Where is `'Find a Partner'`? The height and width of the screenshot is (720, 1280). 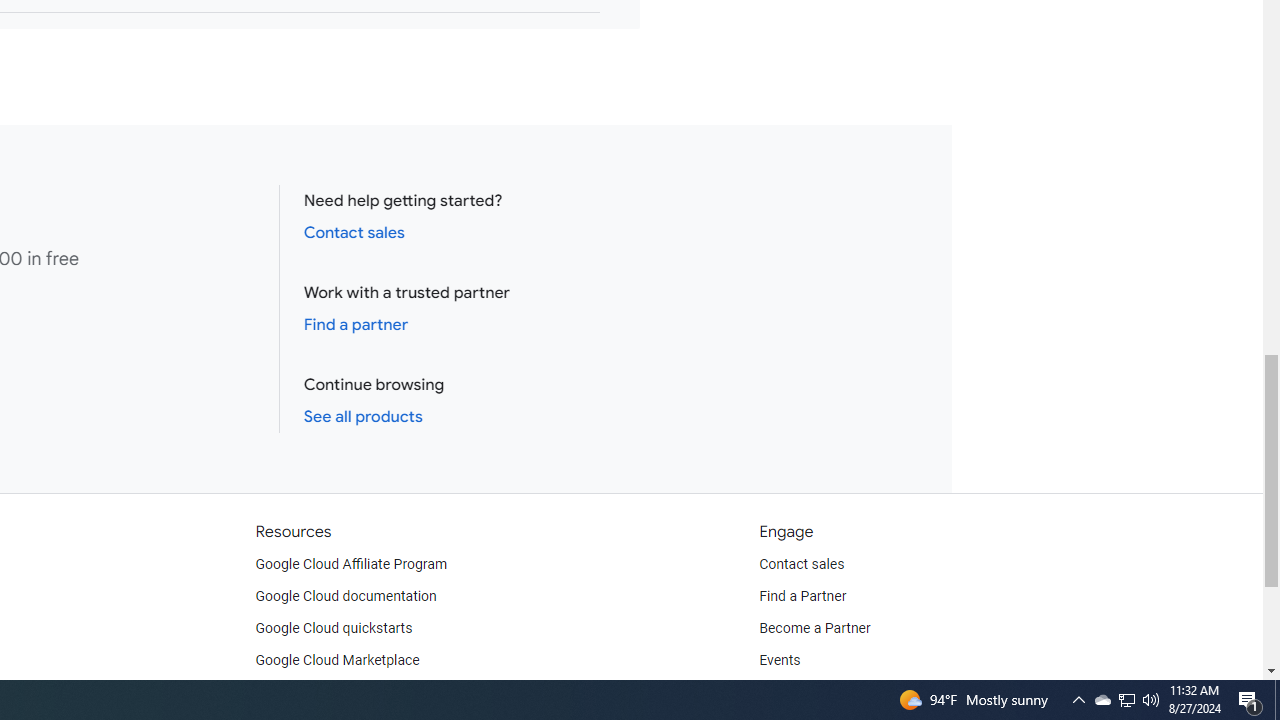
'Find a Partner' is located at coordinates (803, 595).